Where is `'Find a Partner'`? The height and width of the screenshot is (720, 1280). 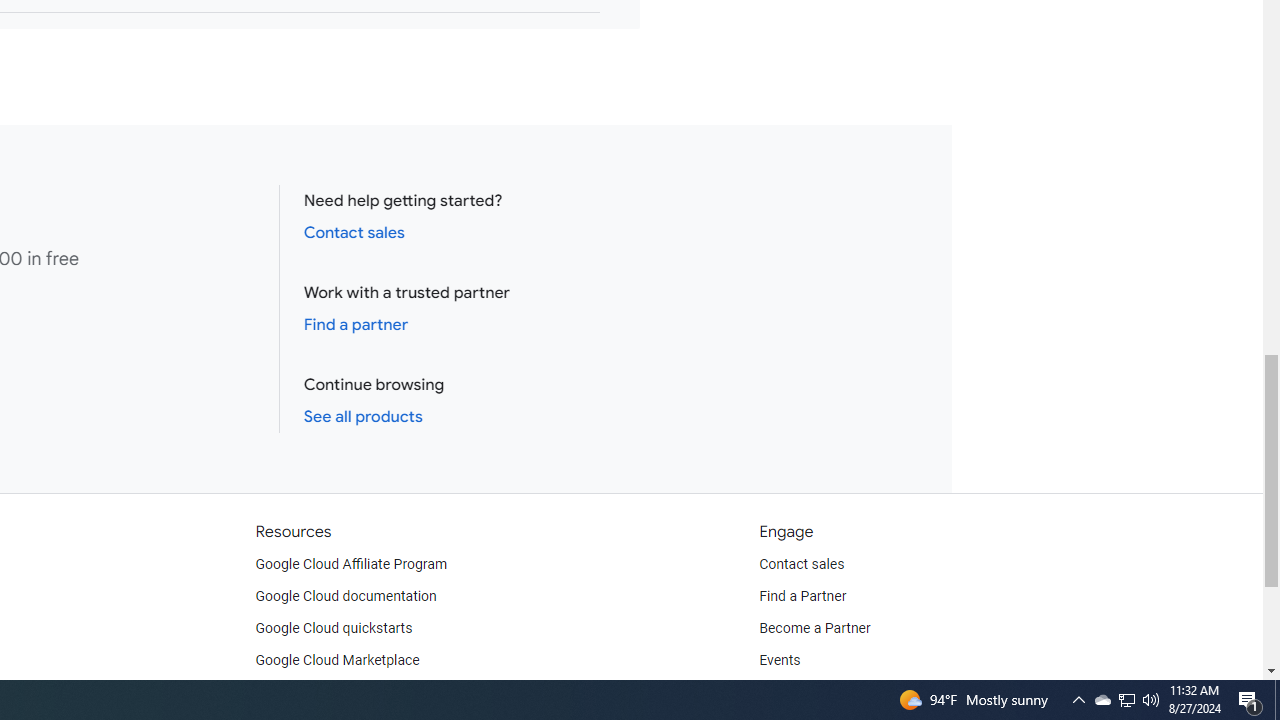
'Find a Partner' is located at coordinates (803, 595).